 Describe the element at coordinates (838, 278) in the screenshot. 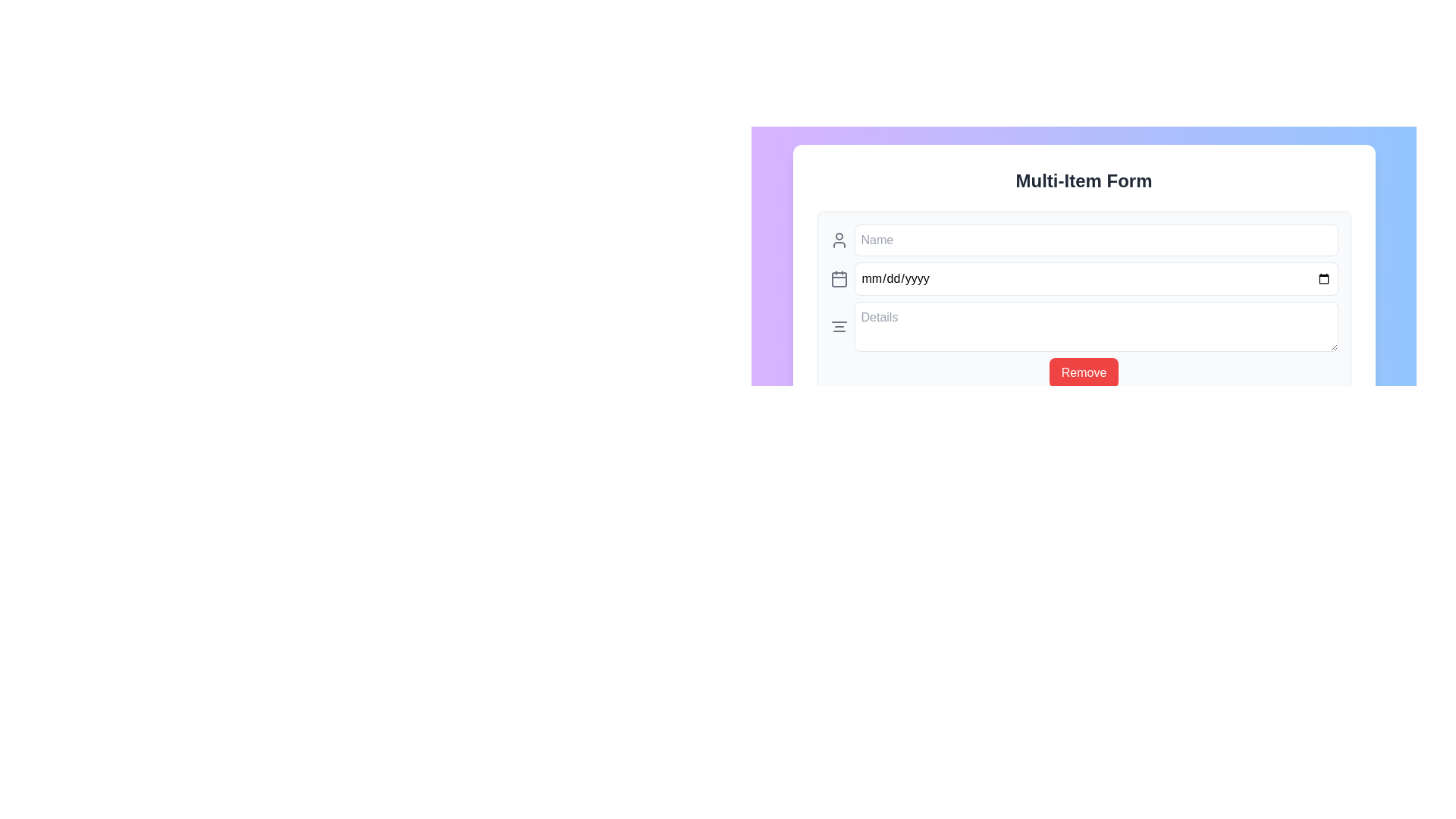

I see `the date picker icon located to the left of the date entry input field to trigger tooltip or styling effects` at that location.